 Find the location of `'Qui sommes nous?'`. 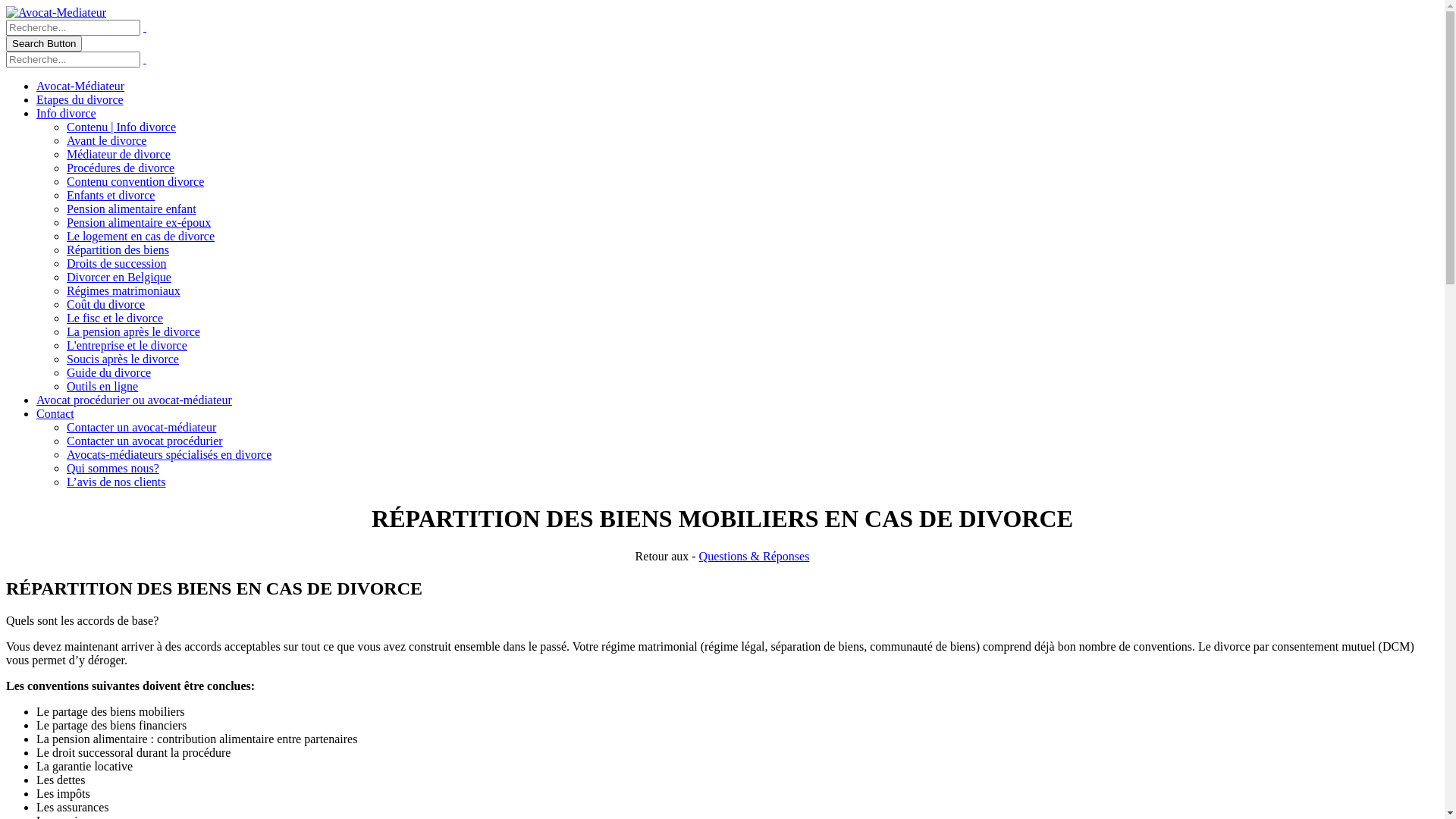

'Qui sommes nous?' is located at coordinates (111, 467).